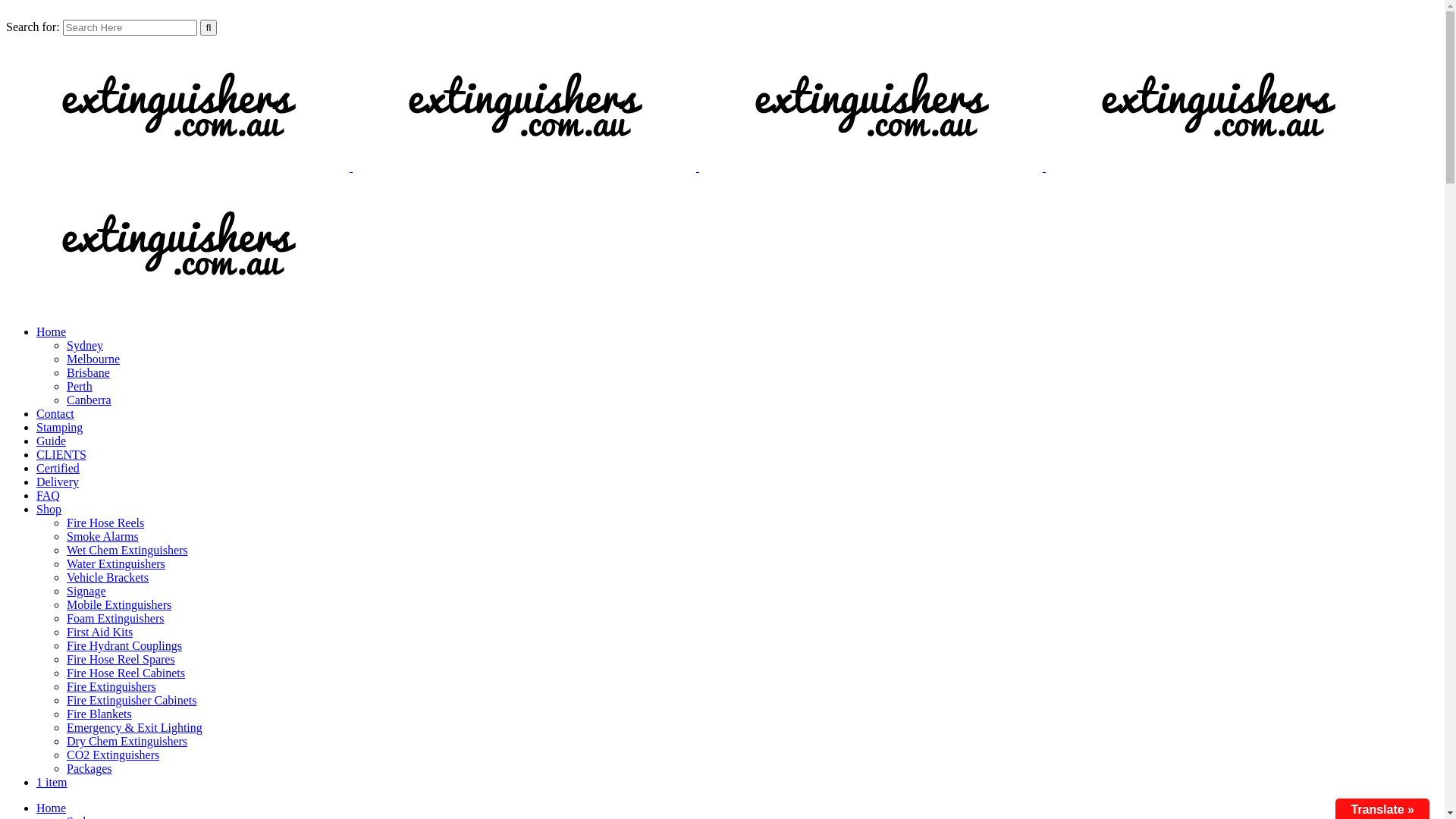 The height and width of the screenshot is (819, 1456). I want to click on 'Fire Hydrant Couplings', so click(65, 645).